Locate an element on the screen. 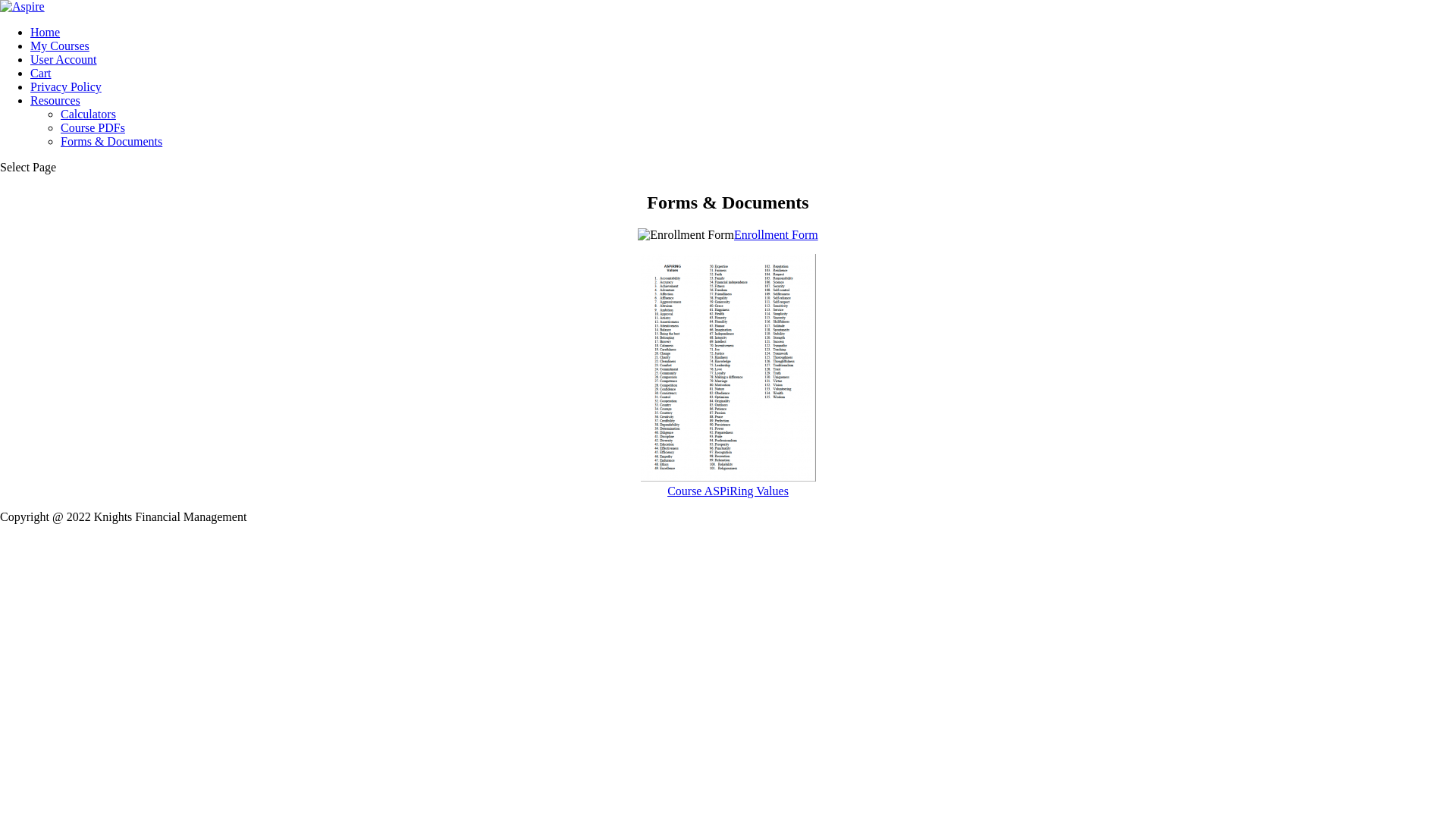 Image resolution: width=1456 pixels, height=819 pixels. 'Forms & Documents' is located at coordinates (111, 141).